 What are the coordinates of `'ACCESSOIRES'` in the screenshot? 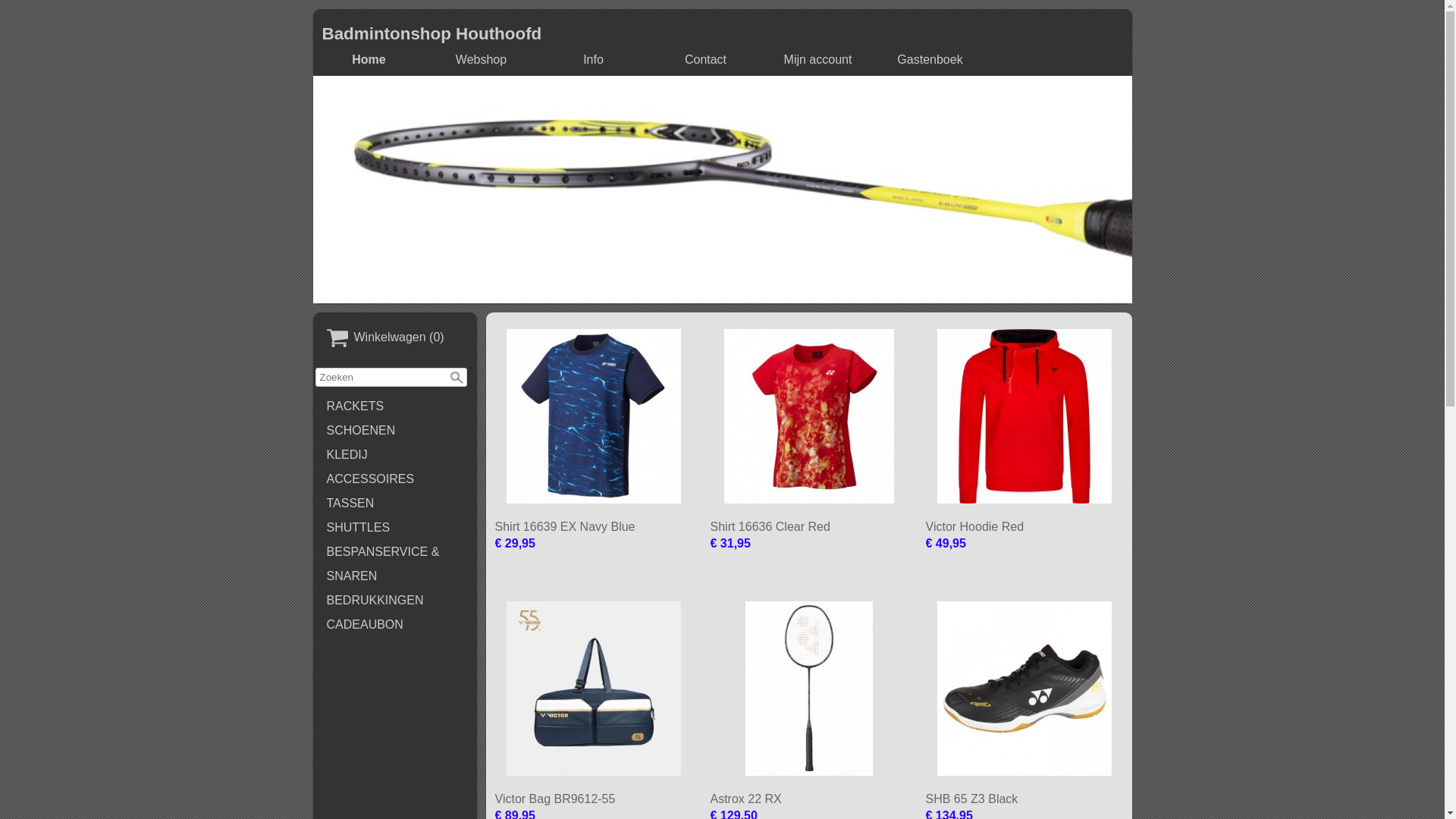 It's located at (395, 479).